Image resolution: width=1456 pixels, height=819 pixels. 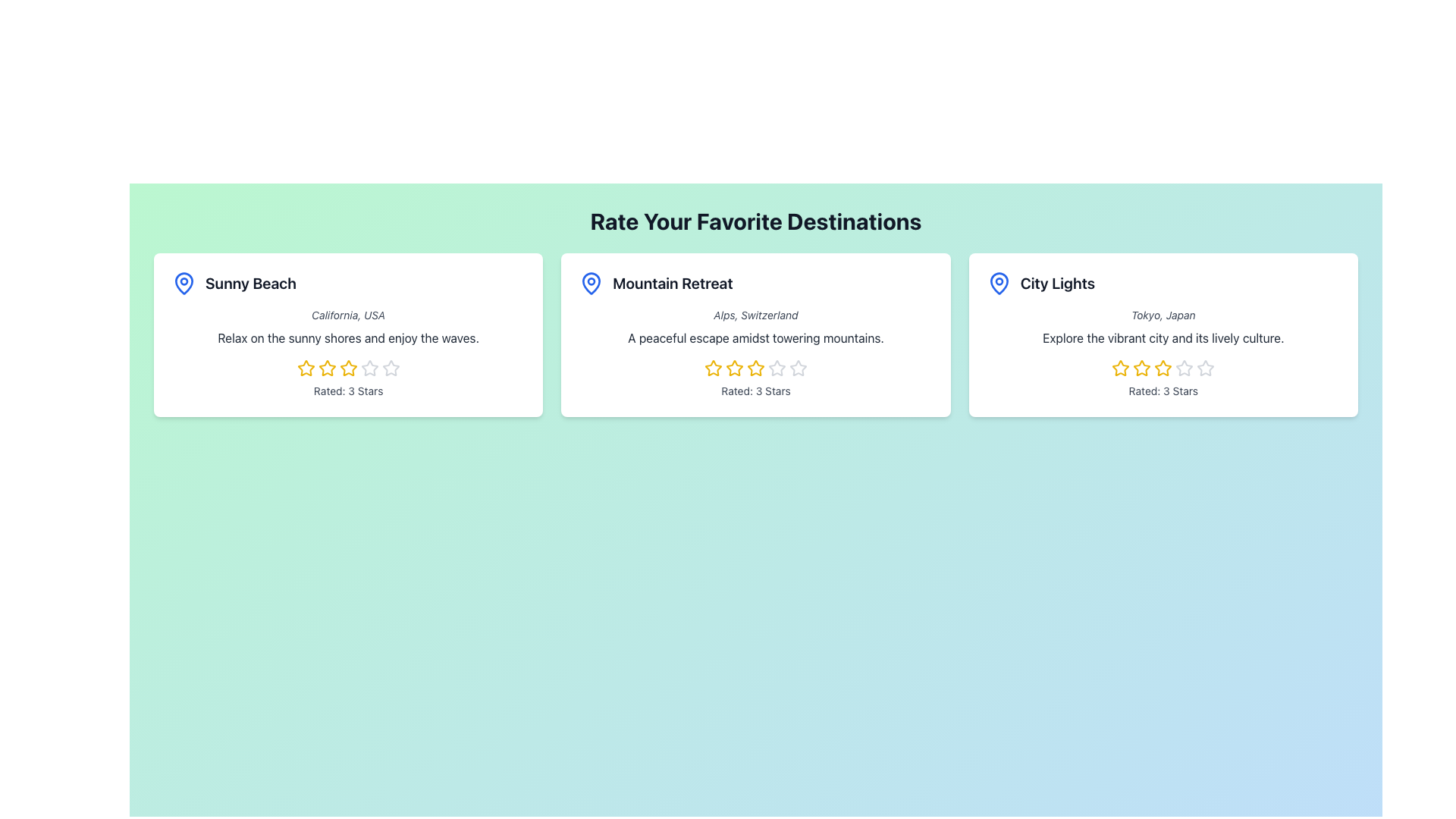 What do you see at coordinates (369, 369) in the screenshot?
I see `the fifth gray star icon in the five-star rating control for 'Sunny Beach', which enlarges upon interaction` at bounding box center [369, 369].